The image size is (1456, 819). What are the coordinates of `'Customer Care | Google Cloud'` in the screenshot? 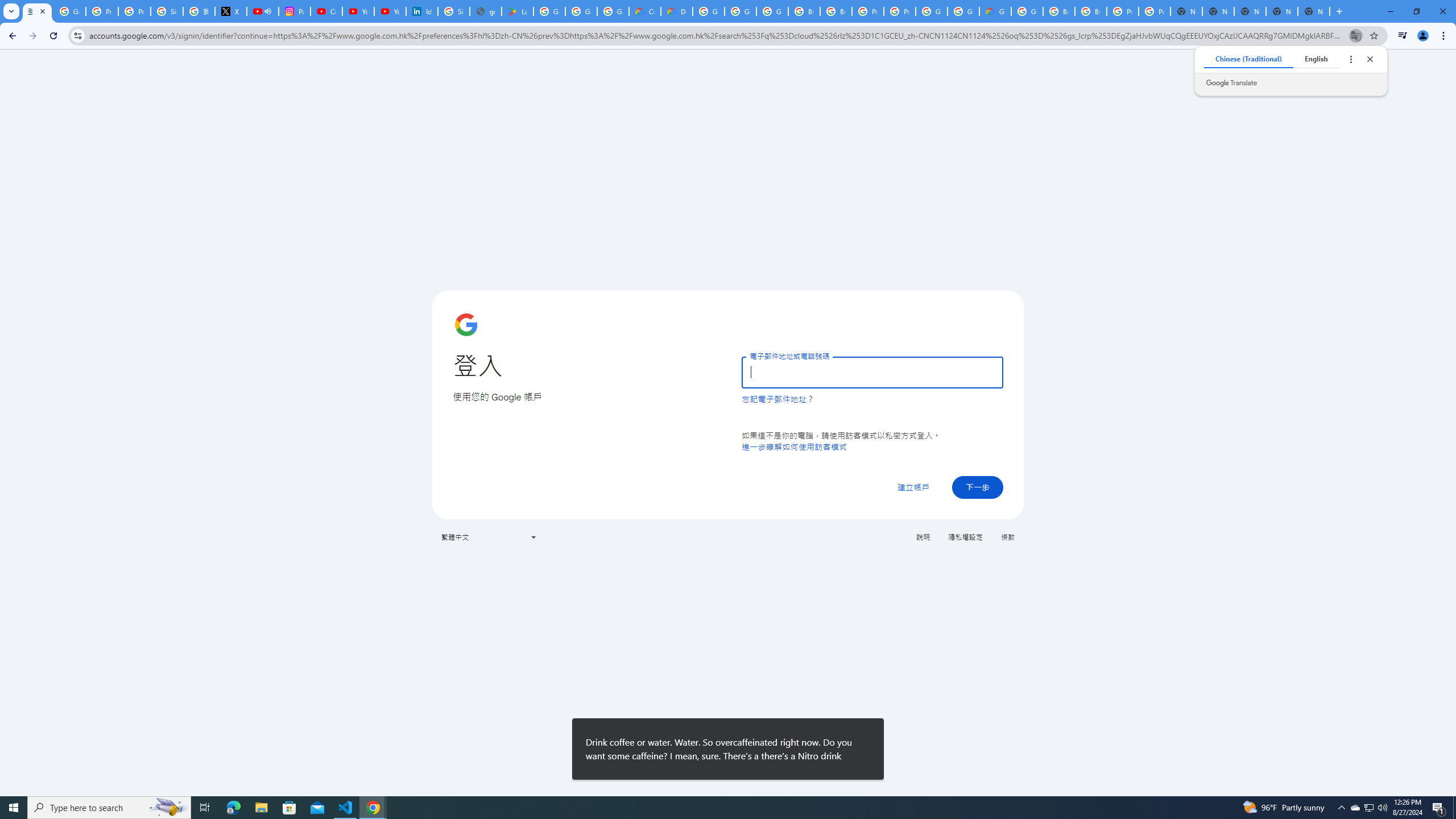 It's located at (644, 11).